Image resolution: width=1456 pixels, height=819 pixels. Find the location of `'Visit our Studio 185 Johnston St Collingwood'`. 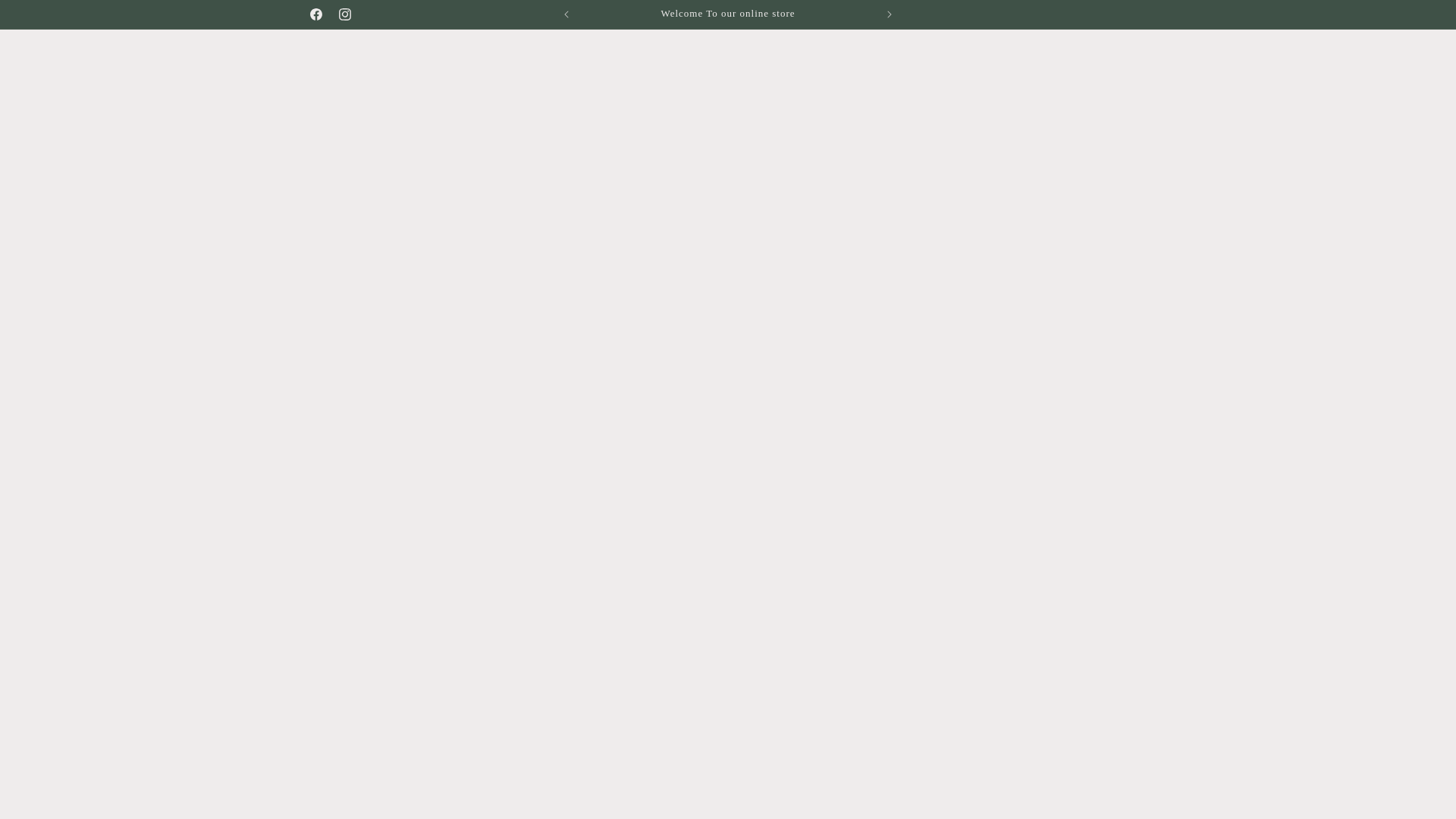

'Visit our Studio 185 Johnston St Collingwood' is located at coordinates (1032, 14).